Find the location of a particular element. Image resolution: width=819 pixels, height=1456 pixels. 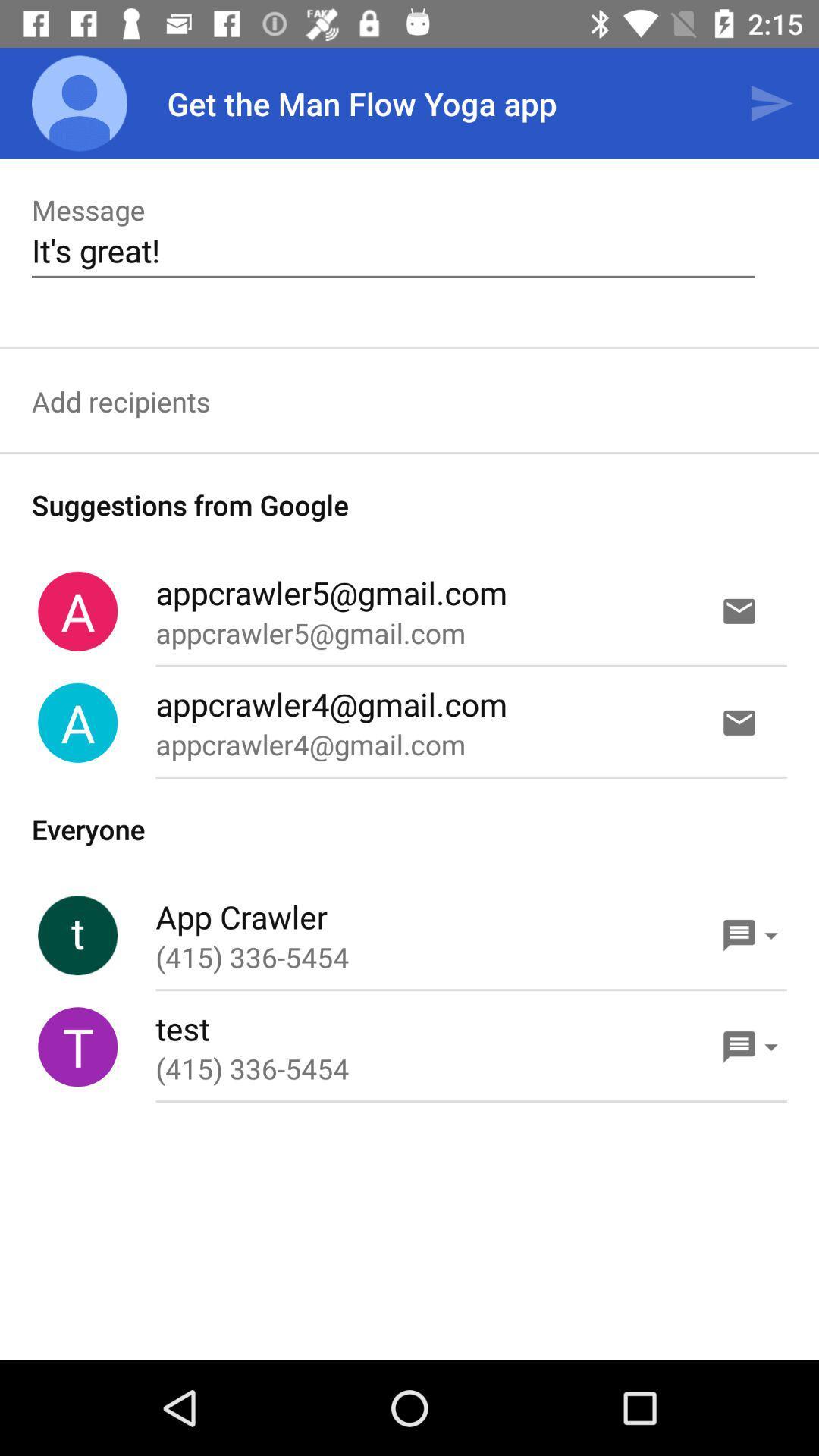

the item above the message is located at coordinates (79, 102).